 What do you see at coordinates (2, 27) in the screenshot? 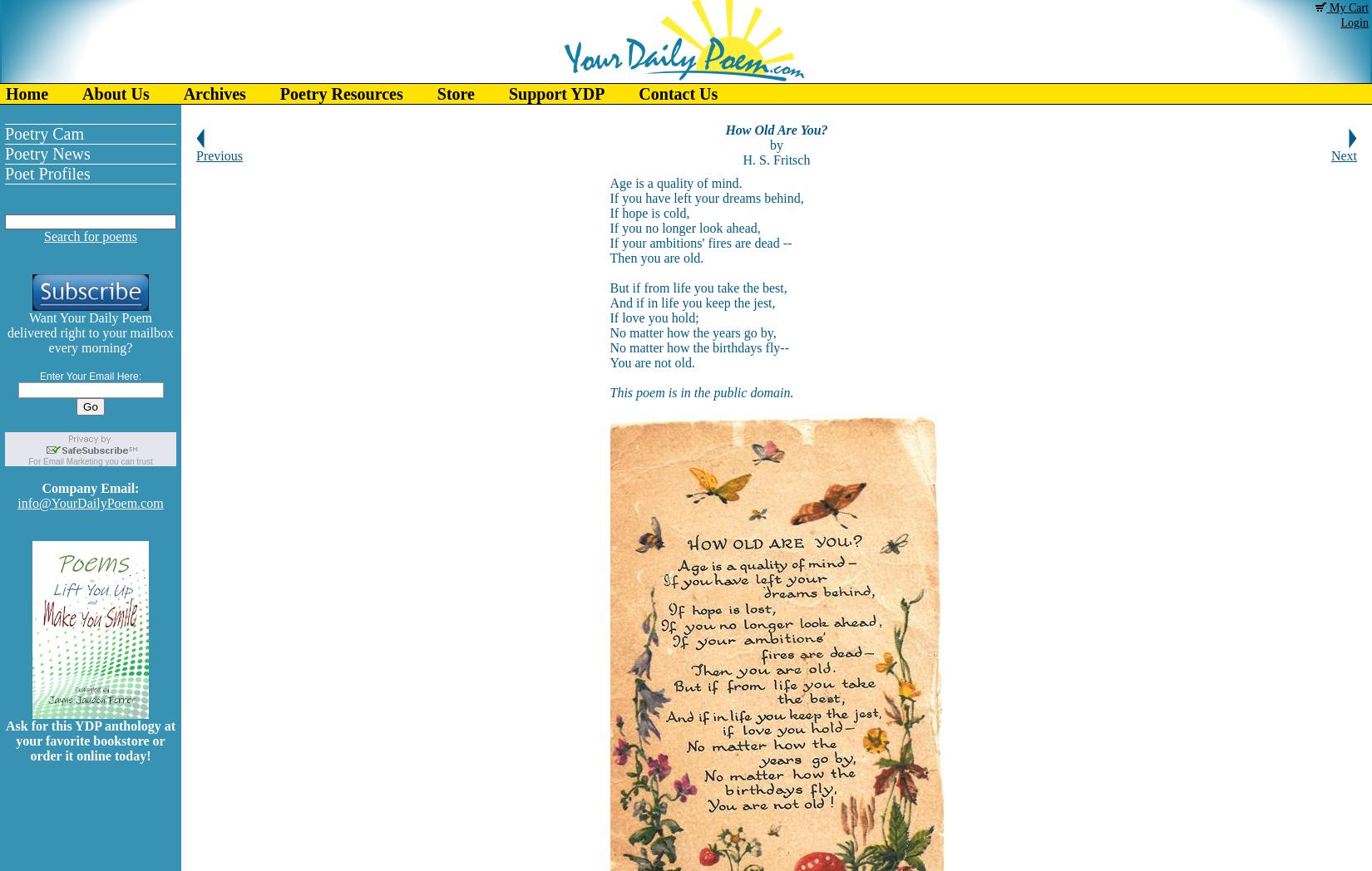
I see `'Of Interest'` at bounding box center [2, 27].